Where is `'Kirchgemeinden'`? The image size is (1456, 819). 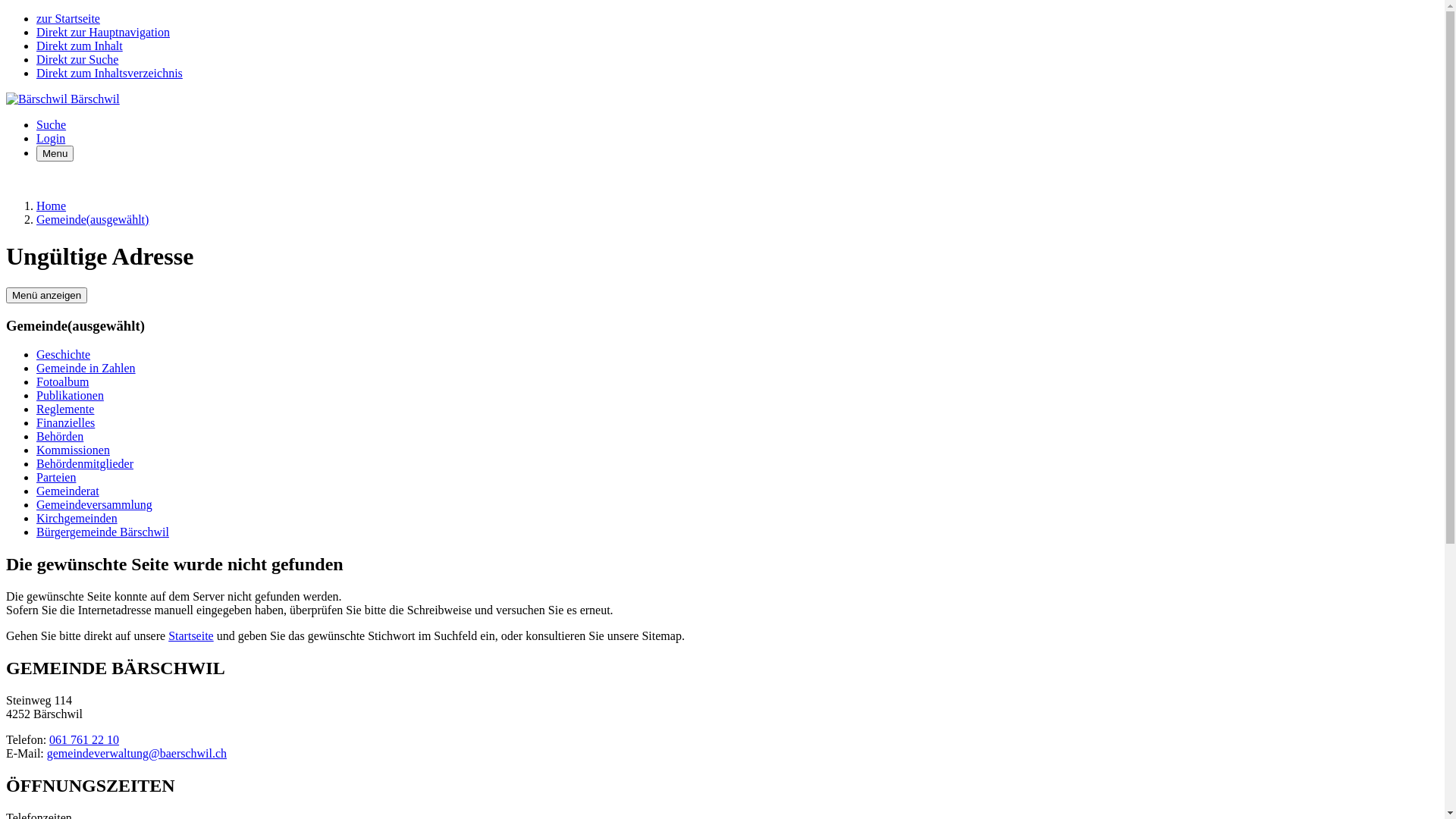 'Kirchgemeinden' is located at coordinates (76, 517).